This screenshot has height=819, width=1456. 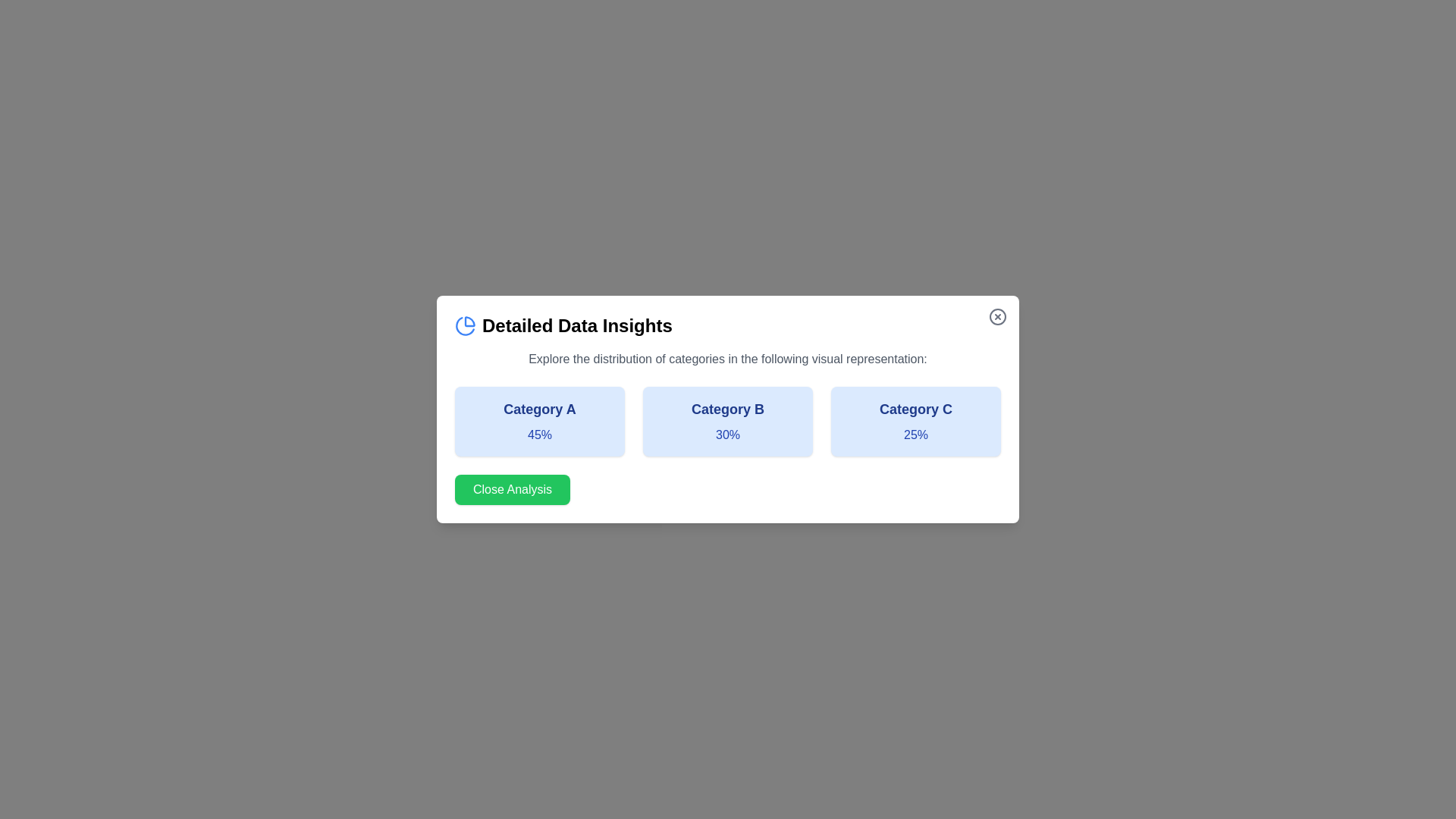 What do you see at coordinates (997, 315) in the screenshot?
I see `the graphical representation of the close button located at the top-right corner of the dialog box, which is part of an SVG structure` at bounding box center [997, 315].